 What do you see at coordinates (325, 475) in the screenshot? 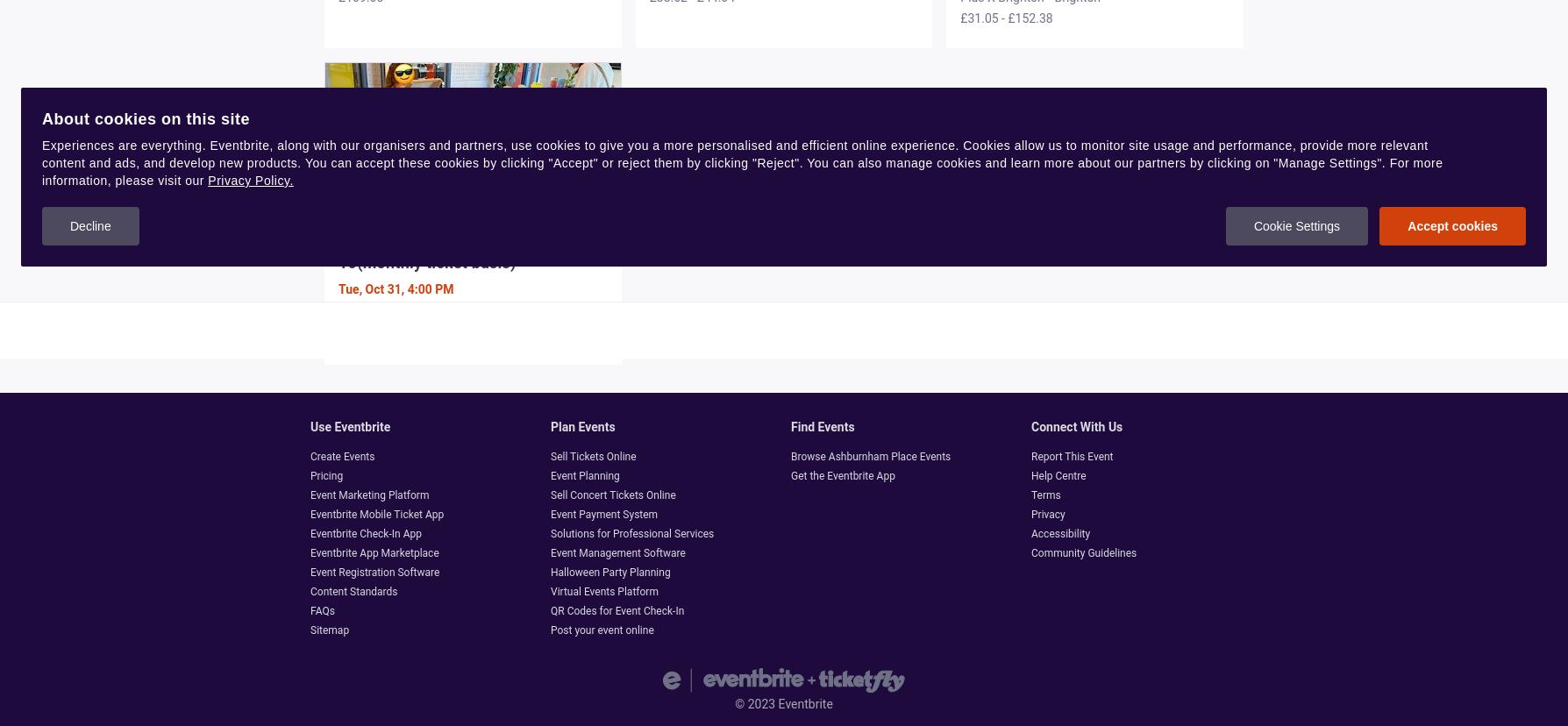
I see `'Pricing'` at bounding box center [325, 475].